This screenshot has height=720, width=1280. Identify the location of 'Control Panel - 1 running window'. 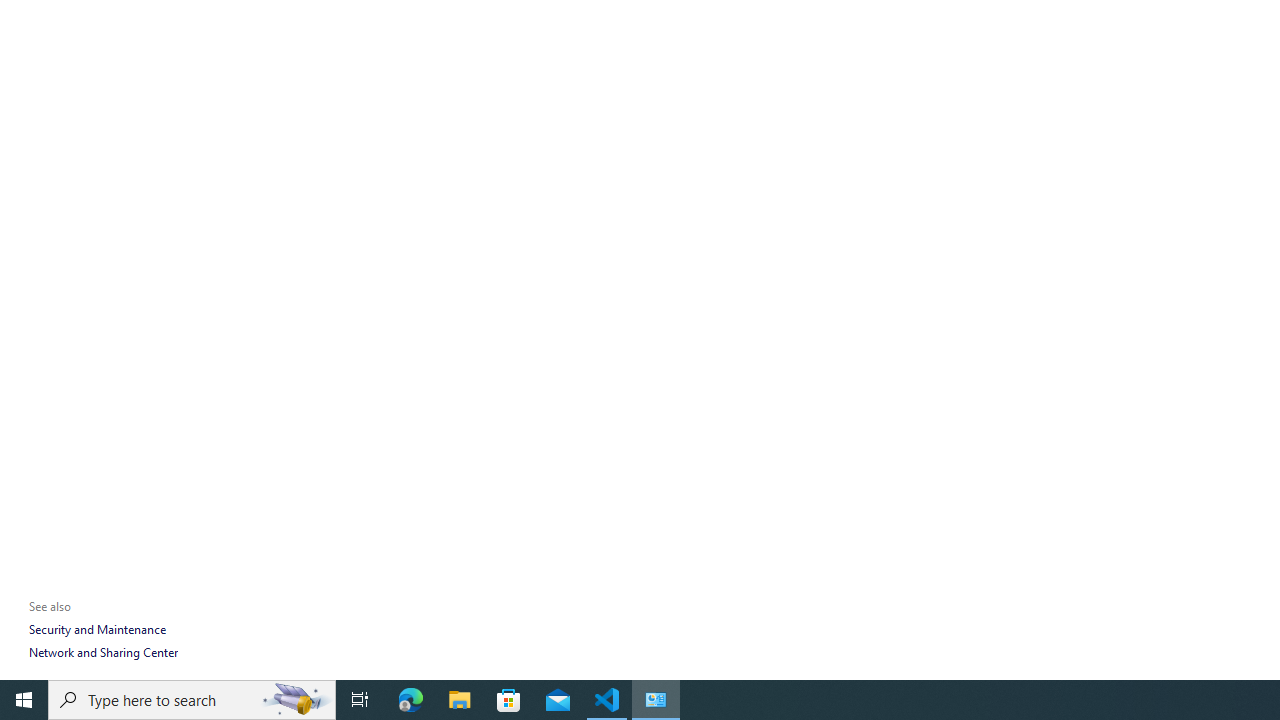
(656, 698).